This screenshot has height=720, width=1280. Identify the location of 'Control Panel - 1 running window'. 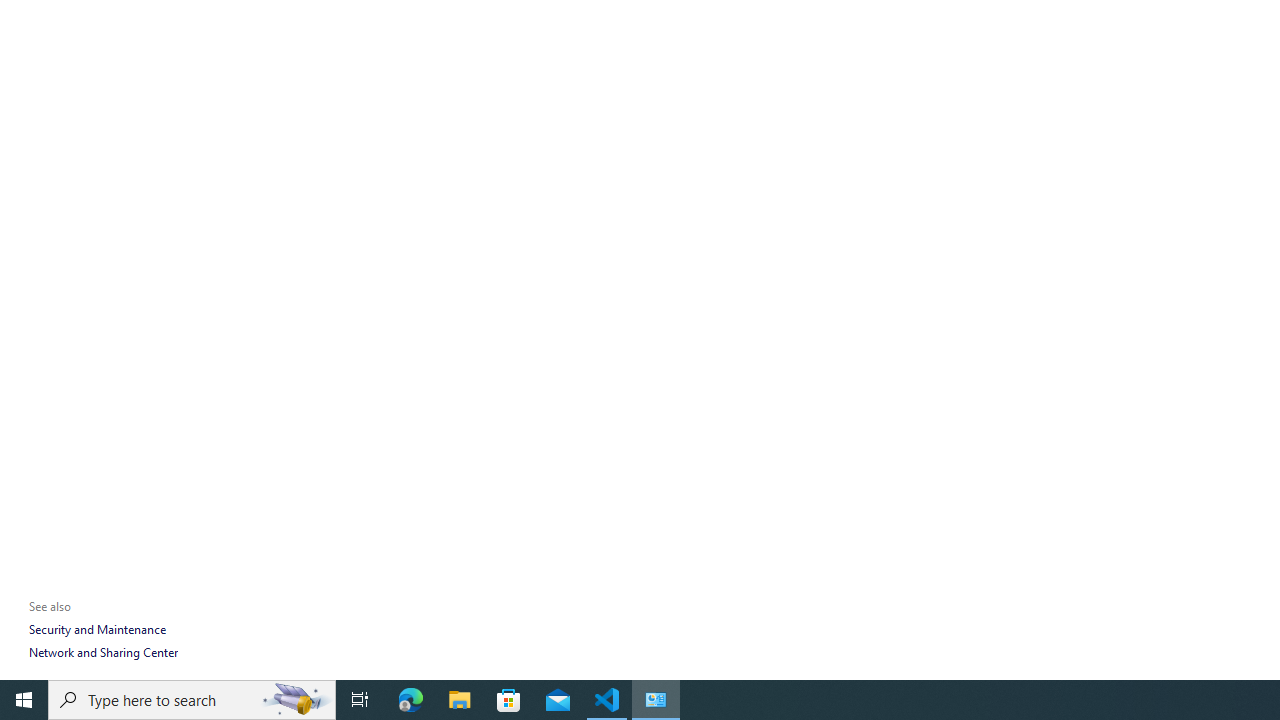
(656, 698).